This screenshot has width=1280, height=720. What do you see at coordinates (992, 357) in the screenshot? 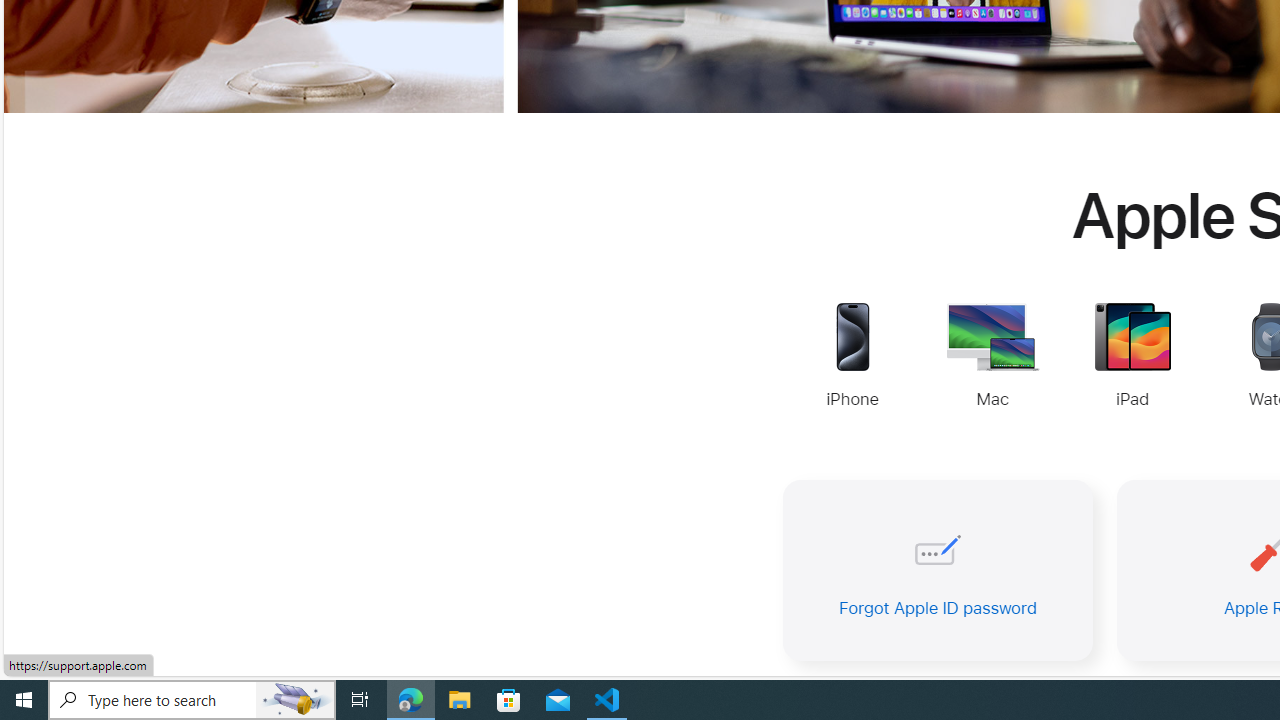
I see `'Mac Support'` at bounding box center [992, 357].